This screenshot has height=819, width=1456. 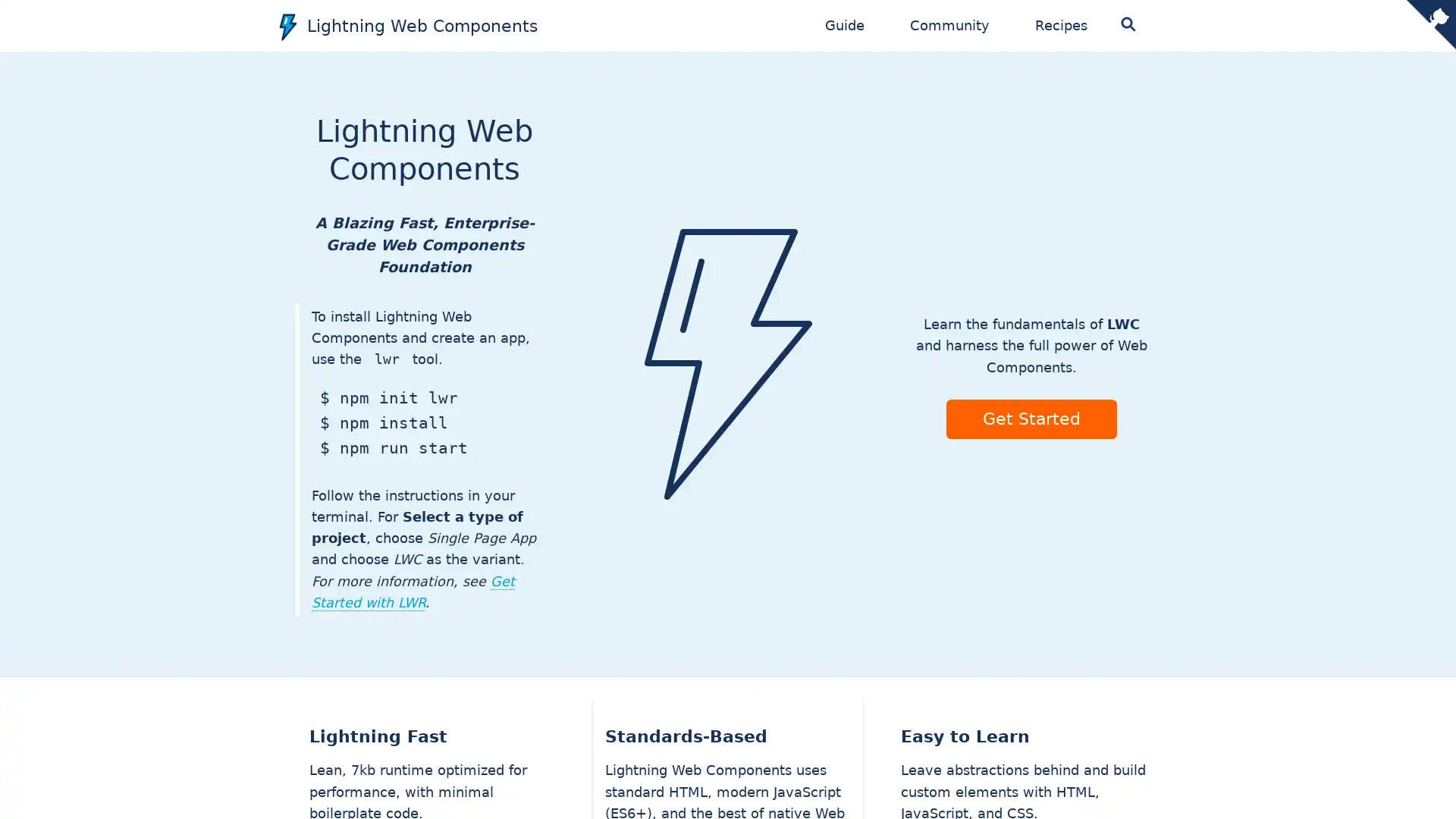 I want to click on Get Started, so click(x=1031, y=418).